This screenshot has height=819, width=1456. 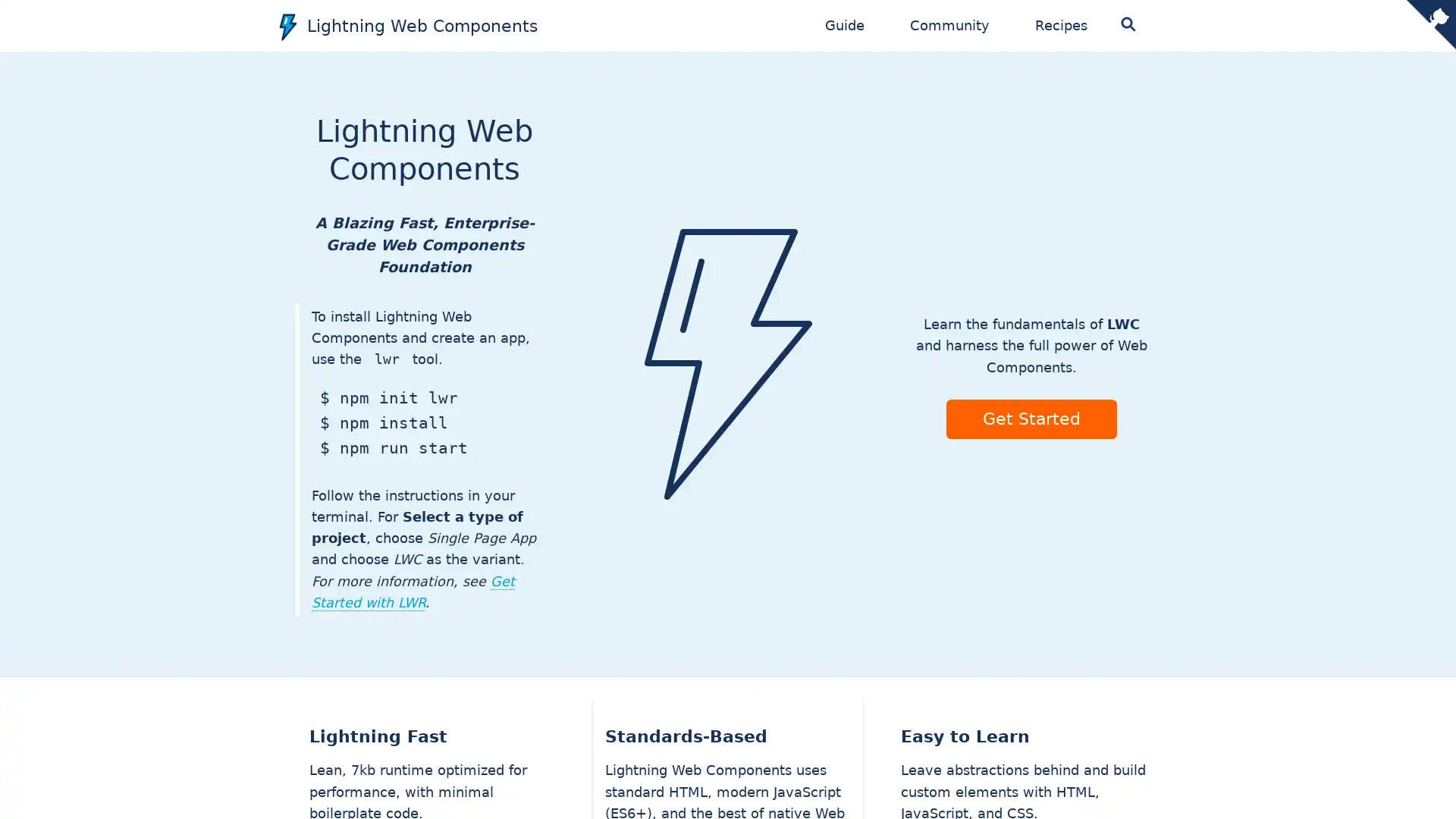 I want to click on Get Started, so click(x=1031, y=418).